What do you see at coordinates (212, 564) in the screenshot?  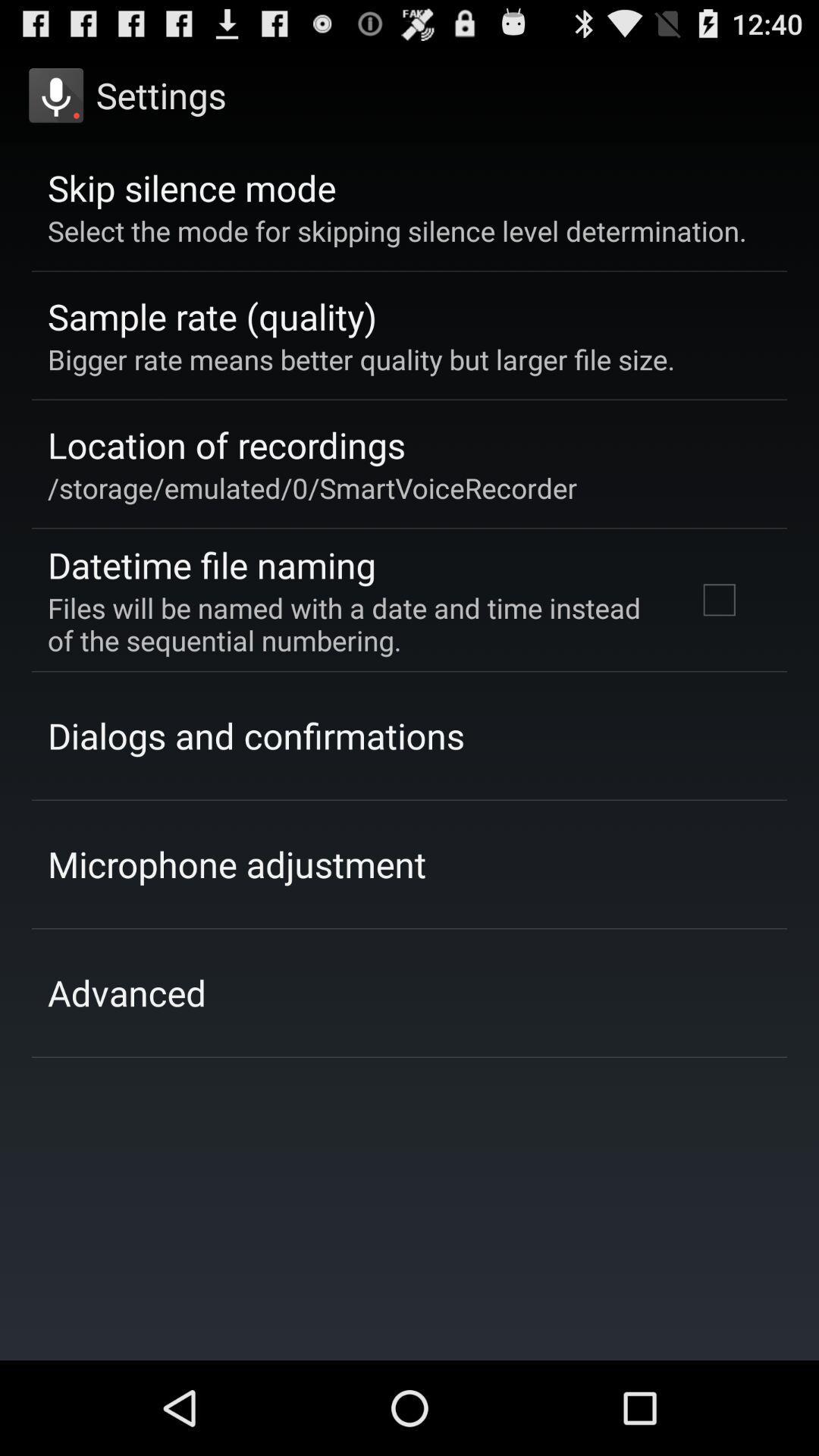 I see `datetime file naming item` at bounding box center [212, 564].